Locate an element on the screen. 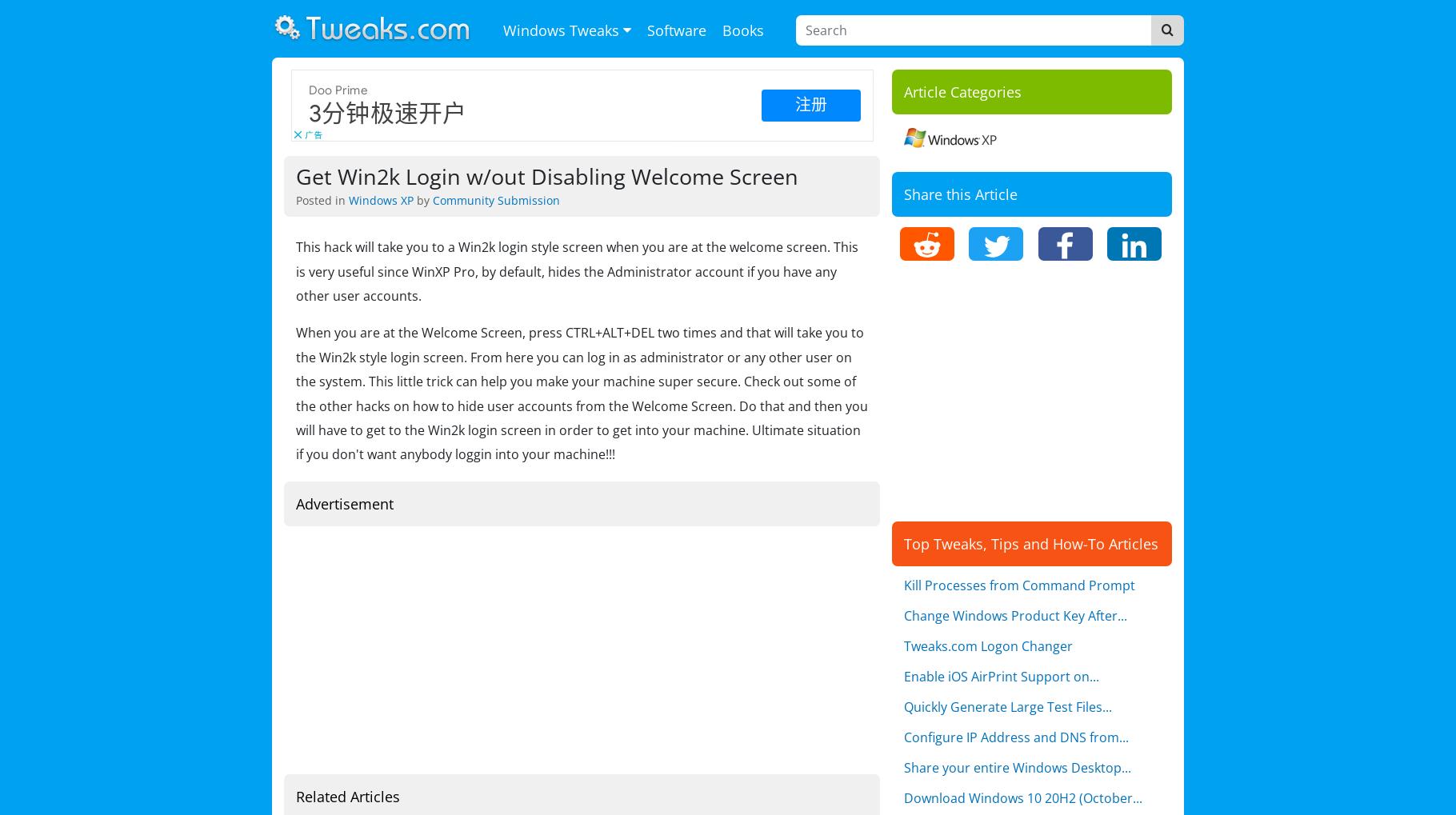 The image size is (1456, 815). 'Kill Processes from Command Prompt' is located at coordinates (1019, 585).